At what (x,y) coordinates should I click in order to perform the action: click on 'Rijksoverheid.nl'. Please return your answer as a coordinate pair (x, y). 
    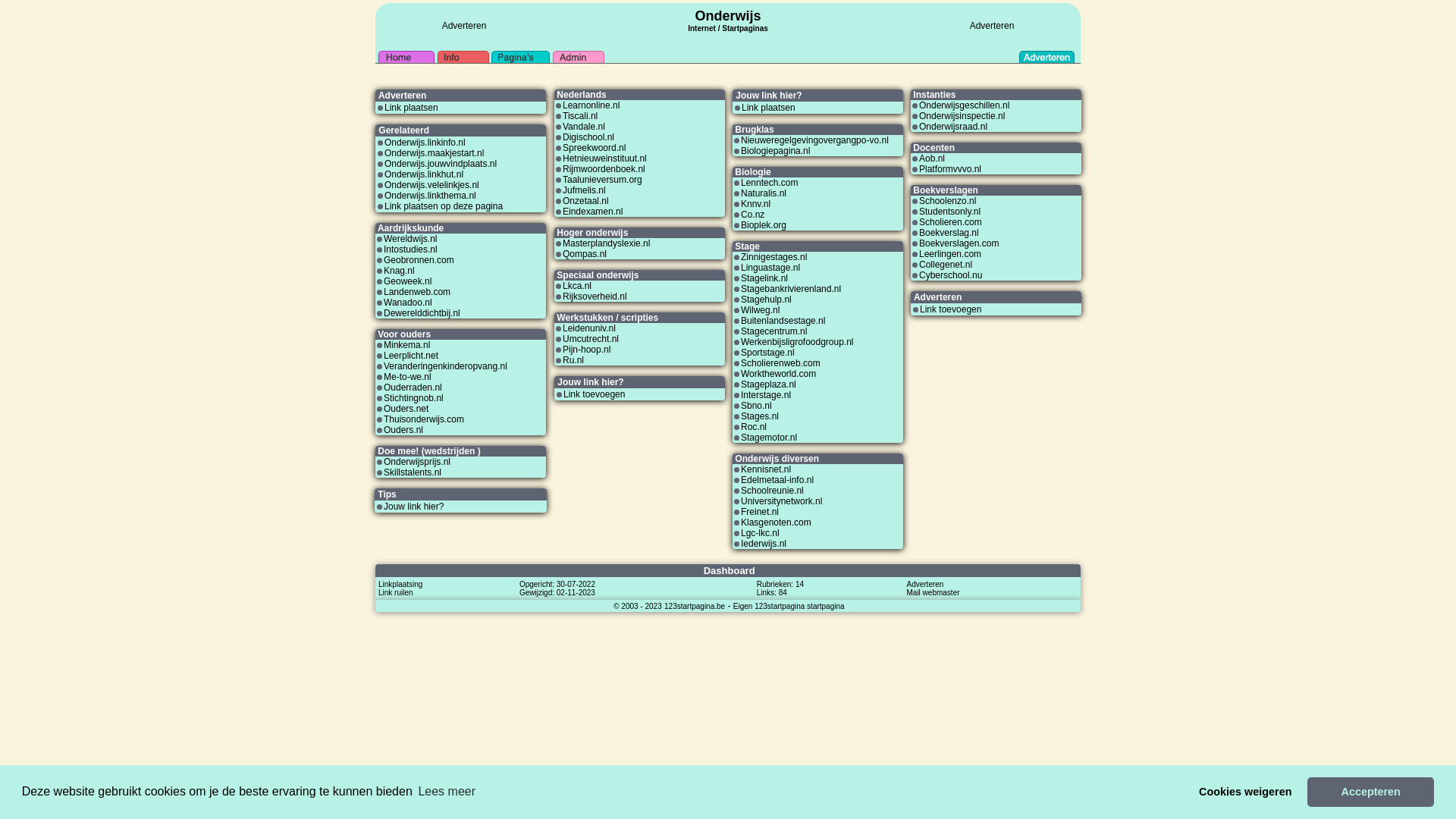
    Looking at the image, I should click on (594, 296).